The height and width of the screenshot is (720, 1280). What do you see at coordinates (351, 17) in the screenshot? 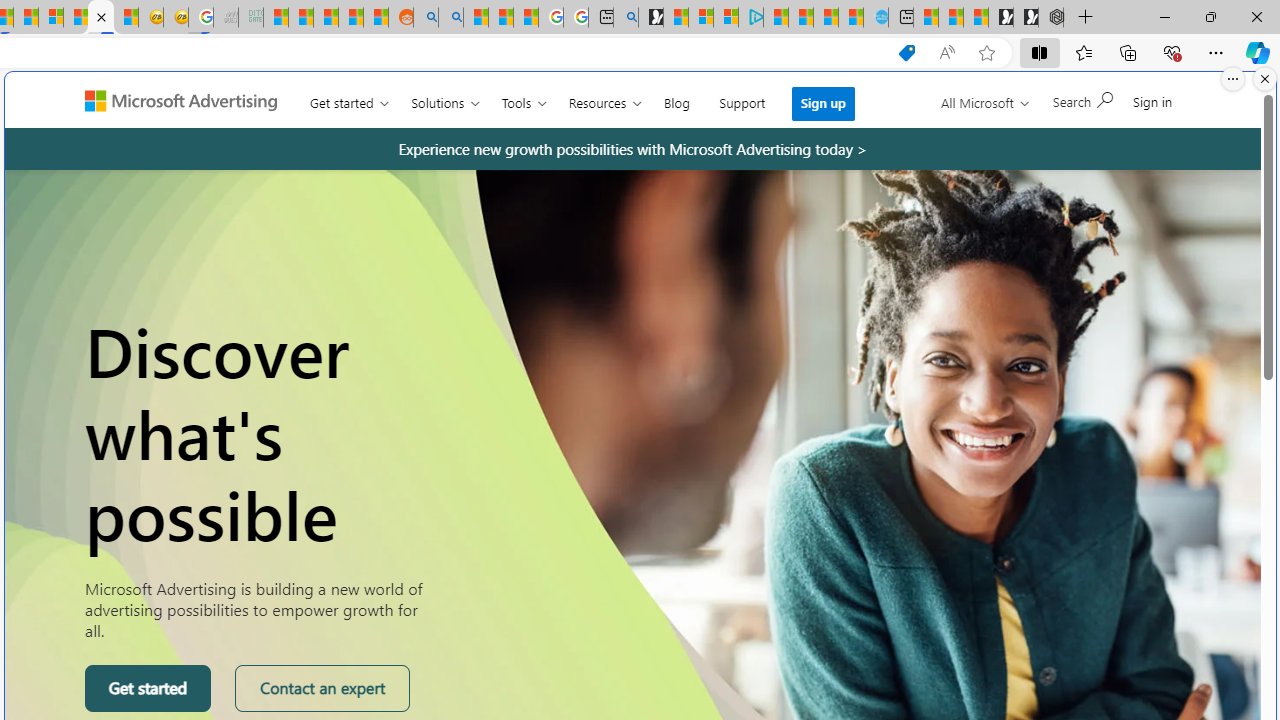
I see `'Student Loan Update: Forgiveness Program Ends This Month'` at bounding box center [351, 17].